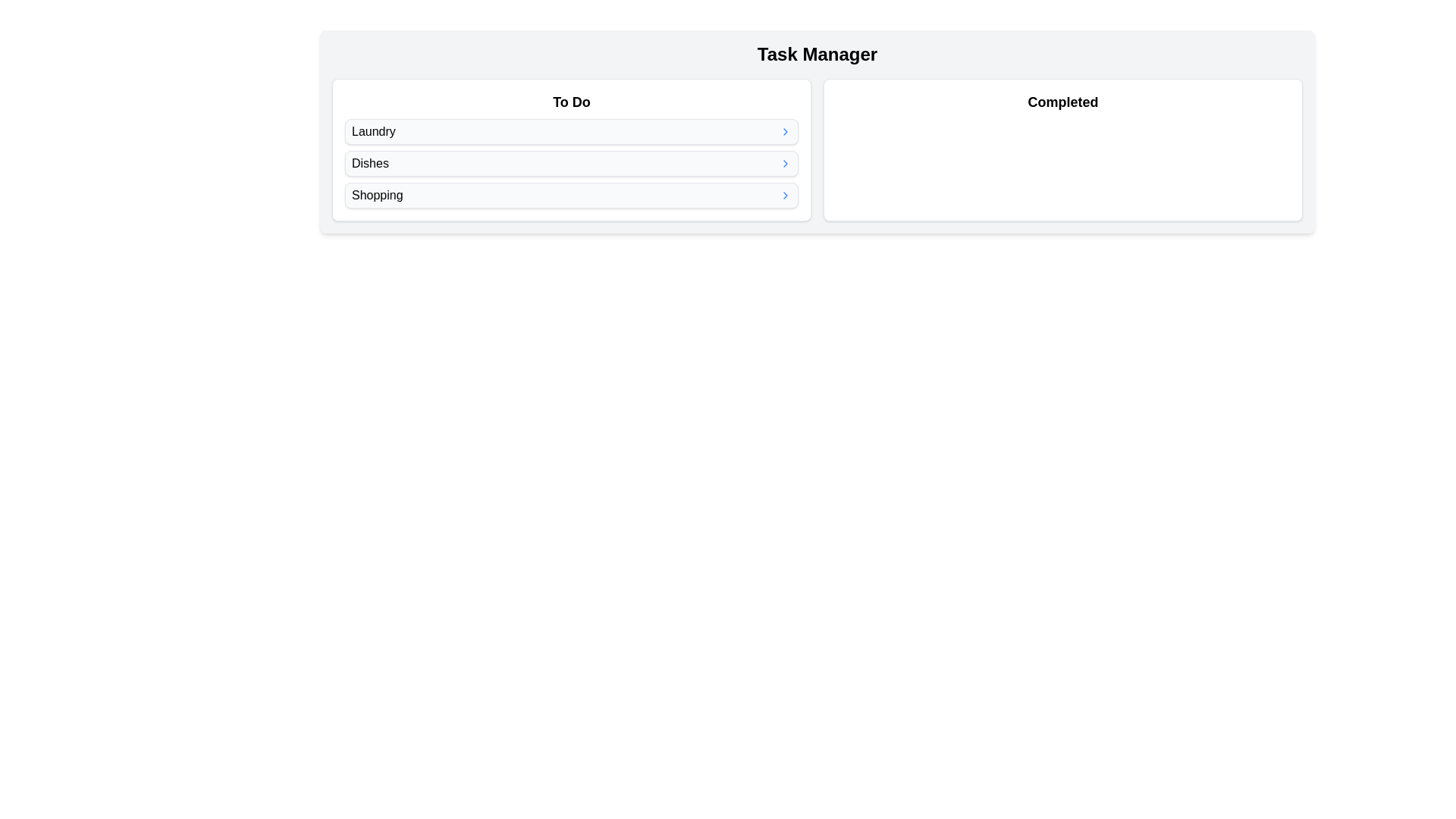 Image resolution: width=1456 pixels, height=819 pixels. What do you see at coordinates (786, 195) in the screenshot?
I see `right arrow button next to the task 'Shopping' in the 'To Do' list to move it to 'Completed'` at bounding box center [786, 195].